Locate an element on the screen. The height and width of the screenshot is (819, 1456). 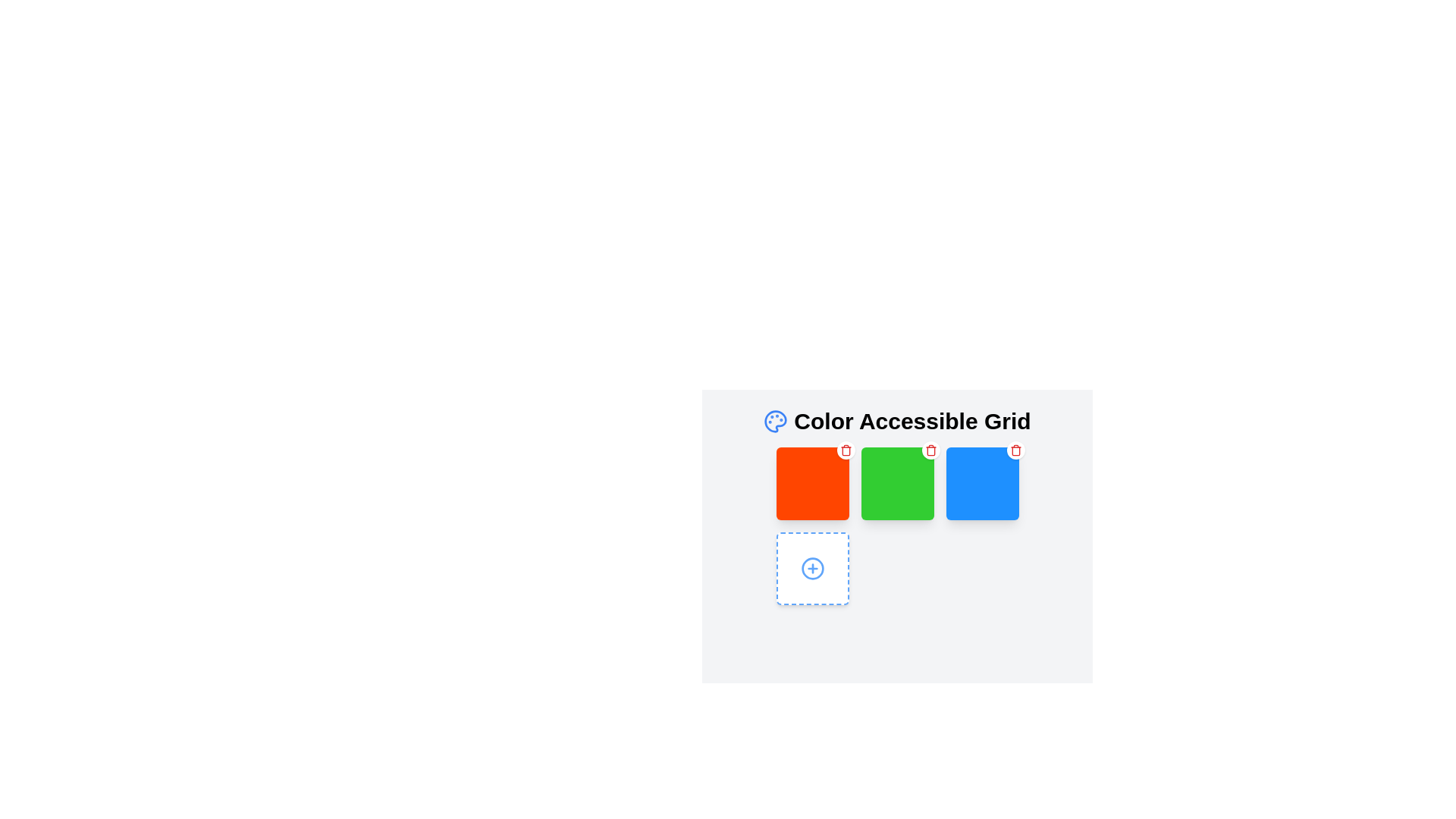
the bottom section of the trashcan icon, specifically the smooth, rounded rectangle shape that forms part of its body structure is located at coordinates (930, 450).